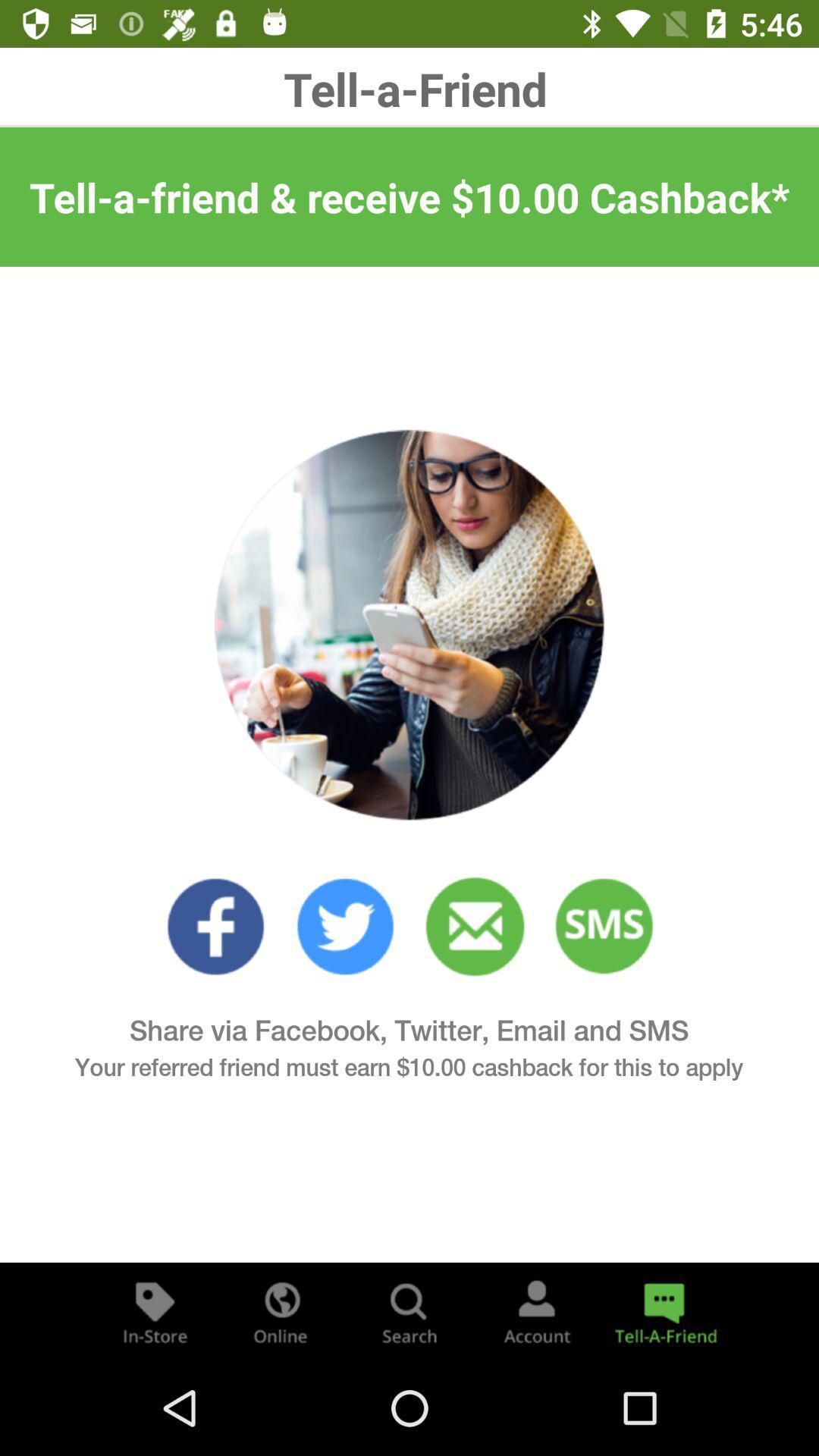 This screenshot has height=1456, width=819. What do you see at coordinates (345, 926) in the screenshot?
I see `twitter option` at bounding box center [345, 926].